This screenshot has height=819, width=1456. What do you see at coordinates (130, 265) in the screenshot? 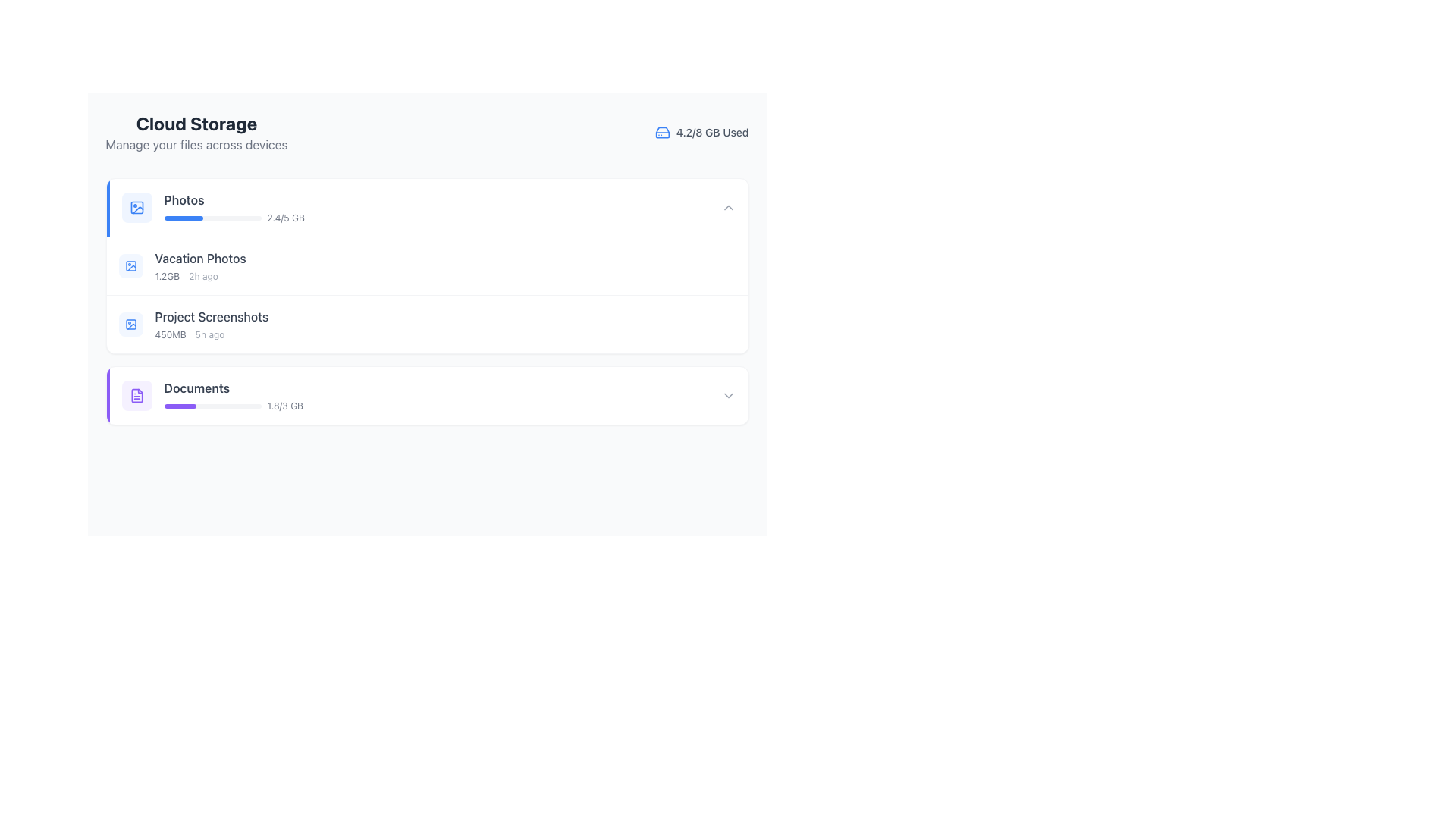
I see `the square-shaped icon with rounded edges and a faint blue background, which depicts a photo-like outline, located within the list item labeled 'Vacation Photos'` at bounding box center [130, 265].